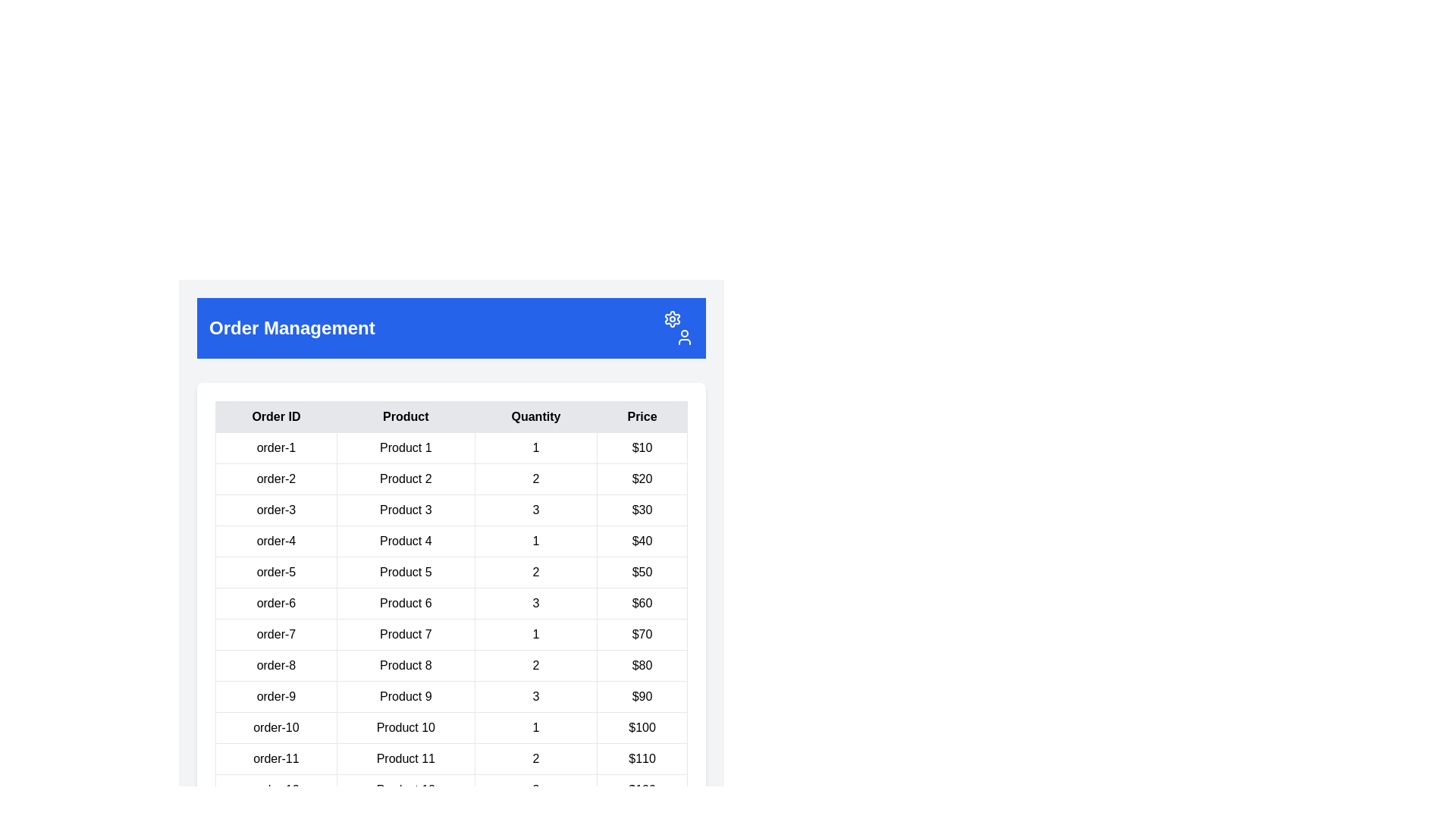 The height and width of the screenshot is (819, 1456). I want to click on the table header cell displaying 'Product', which is the second column header in a table with a light gray background and borders, positioned between 'Order ID' and 'Quantity', so click(406, 417).